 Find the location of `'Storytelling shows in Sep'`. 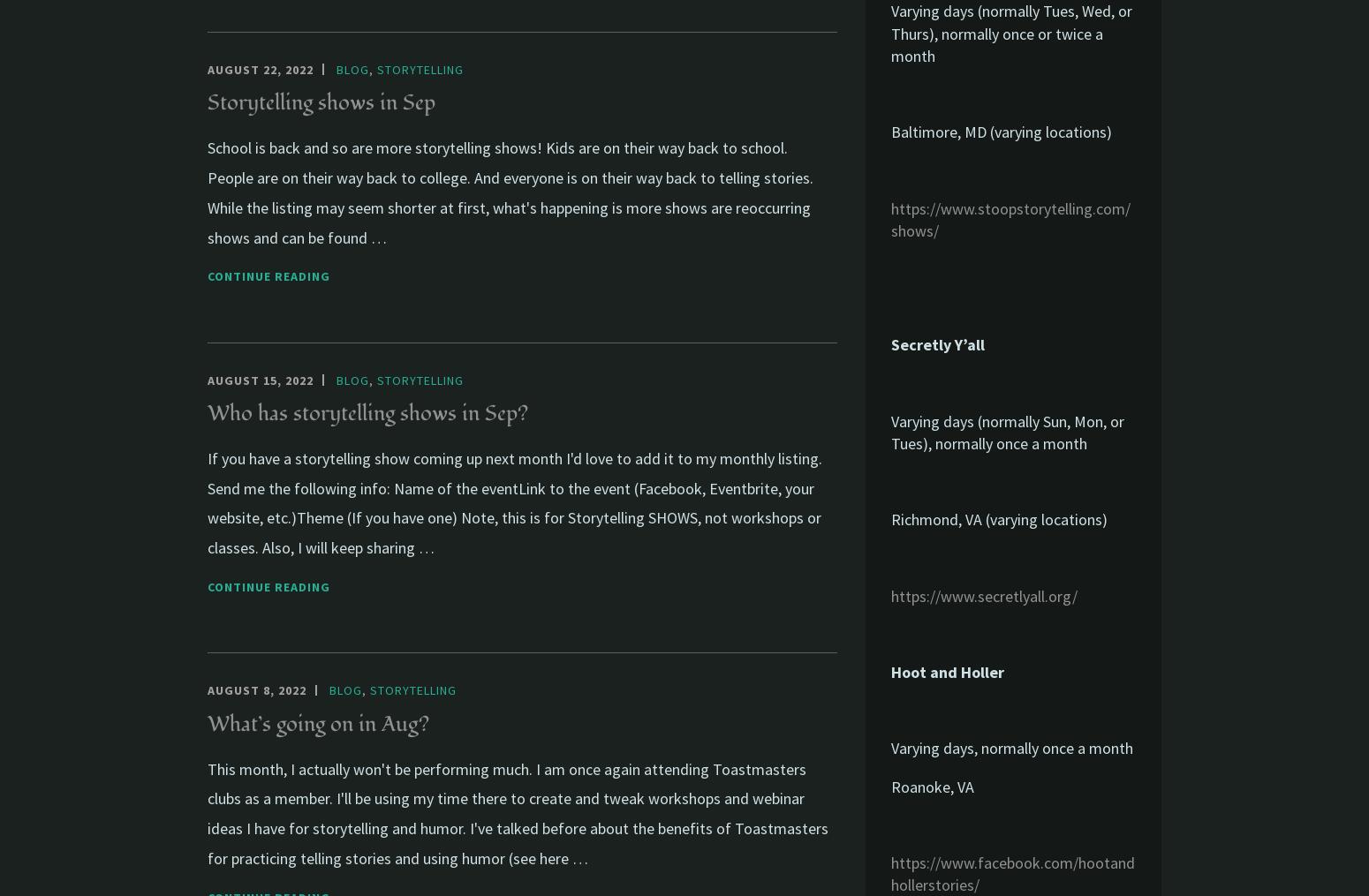

'Storytelling shows in Sep' is located at coordinates (320, 102).